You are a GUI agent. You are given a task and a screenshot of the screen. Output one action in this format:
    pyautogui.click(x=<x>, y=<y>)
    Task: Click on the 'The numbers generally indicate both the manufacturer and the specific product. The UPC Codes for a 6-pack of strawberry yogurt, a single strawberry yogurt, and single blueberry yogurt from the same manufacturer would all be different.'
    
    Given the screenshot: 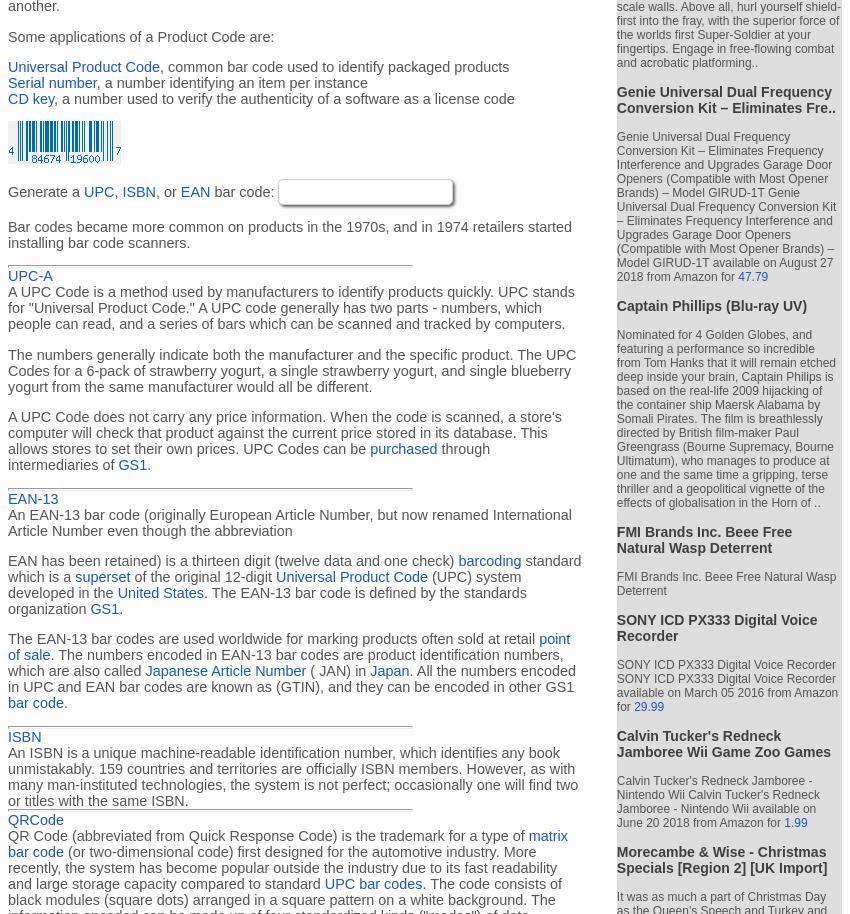 What is the action you would take?
    pyautogui.click(x=290, y=369)
    